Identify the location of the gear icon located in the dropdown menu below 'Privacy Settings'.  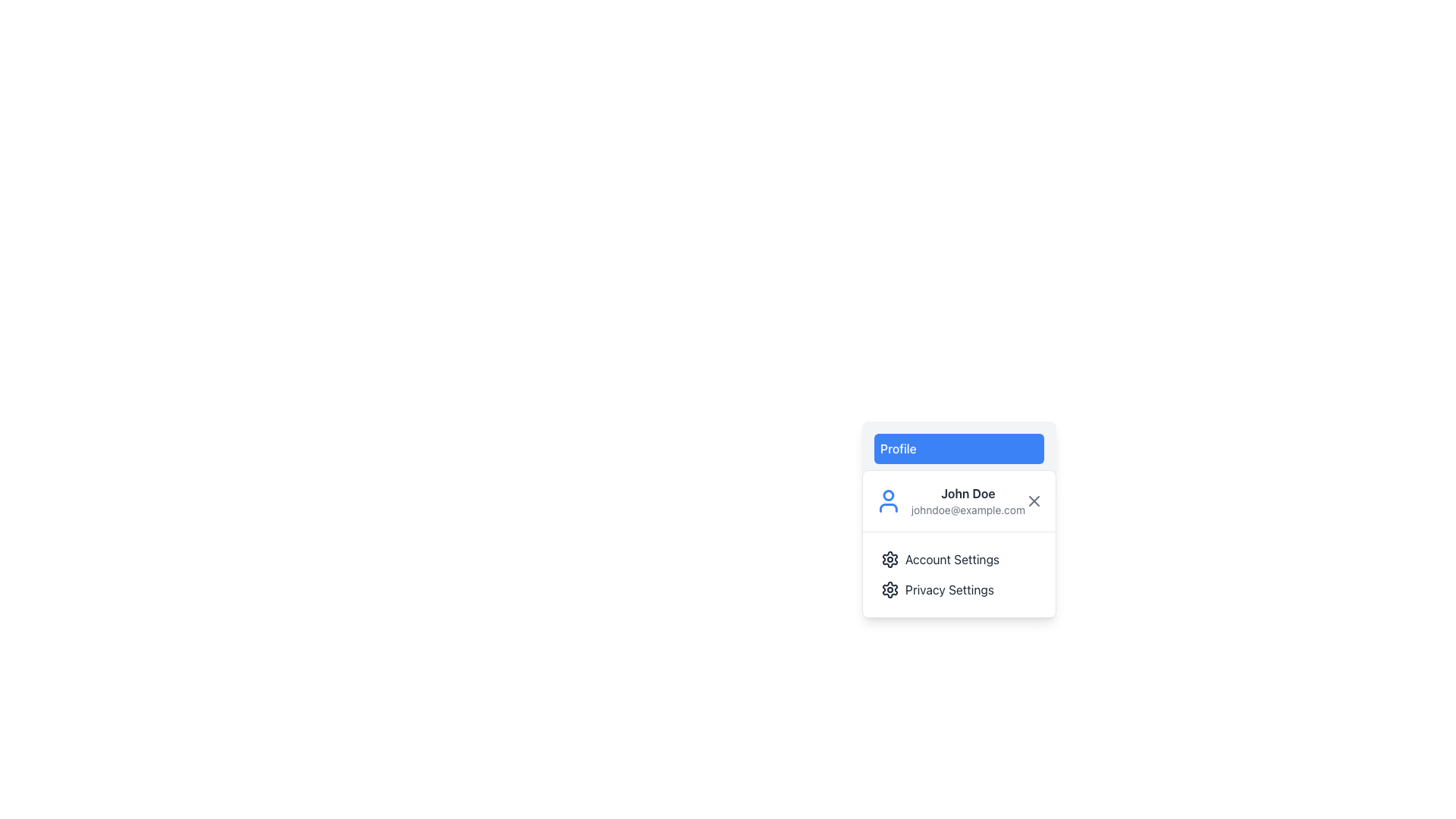
(890, 559).